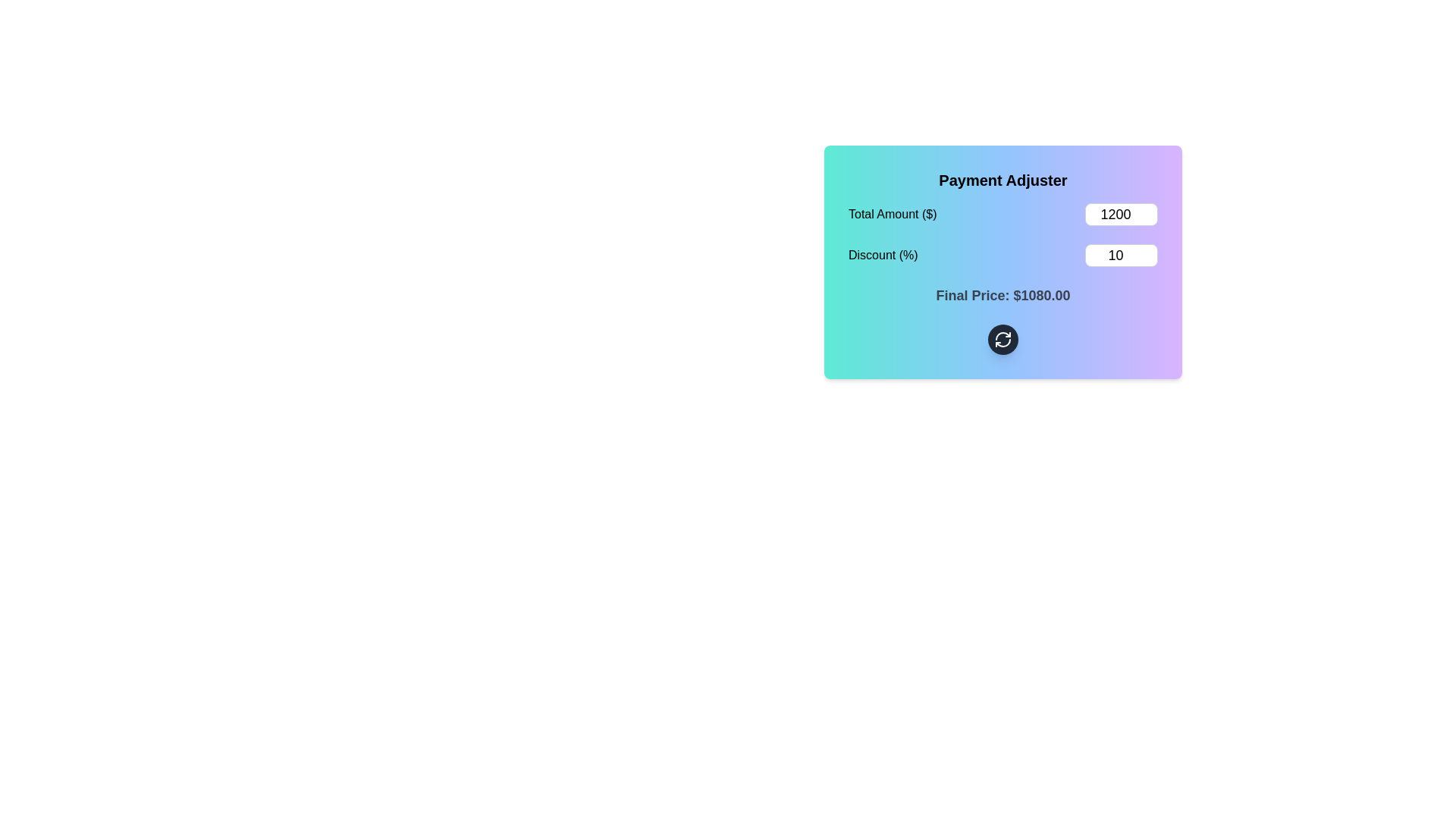  I want to click on the refresh or reset button located at the bottom center of the 'Payment Adjuster' interface, so click(1003, 338).